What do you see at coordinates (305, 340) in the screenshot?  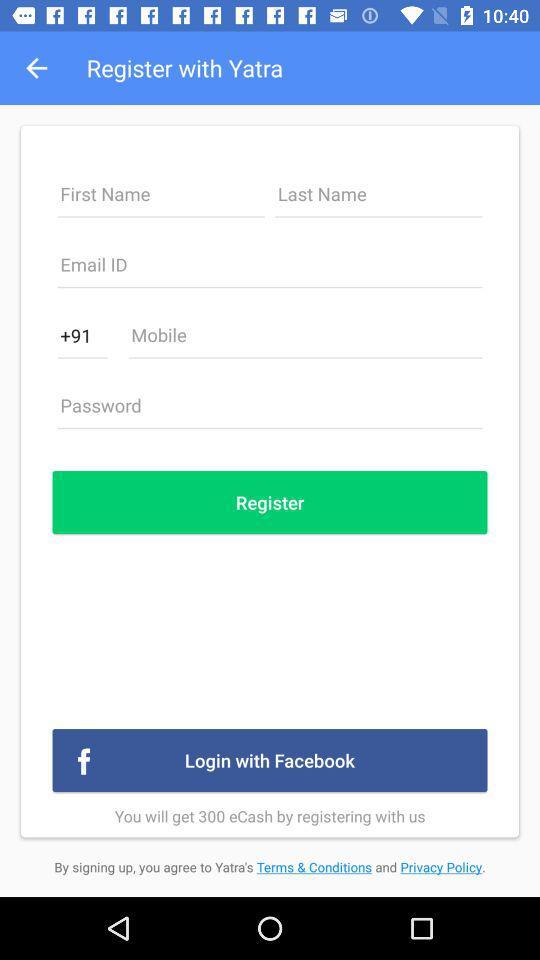 I see `type phone number` at bounding box center [305, 340].